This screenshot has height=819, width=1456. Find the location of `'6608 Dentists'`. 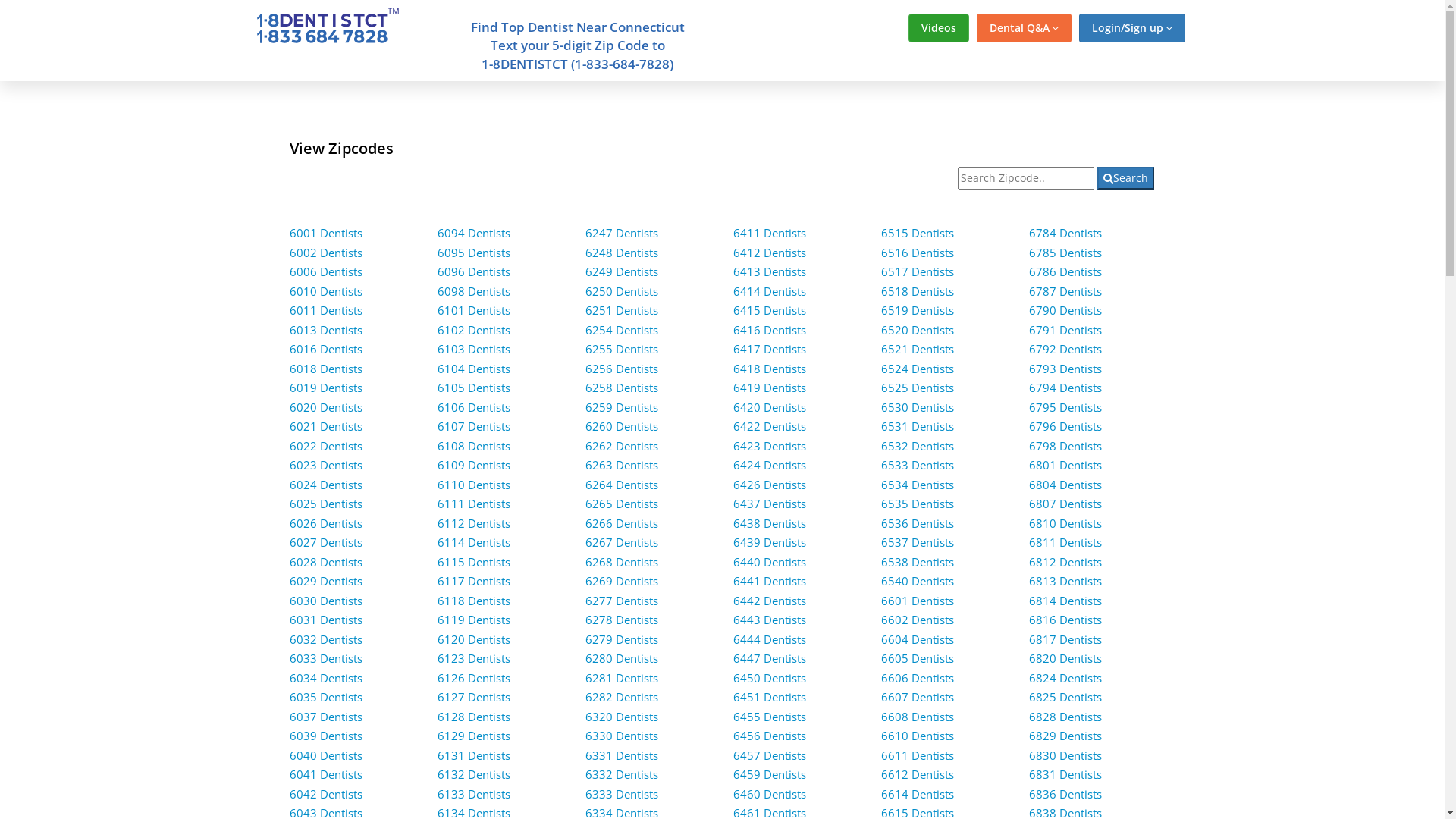

'6608 Dentists' is located at coordinates (916, 717).